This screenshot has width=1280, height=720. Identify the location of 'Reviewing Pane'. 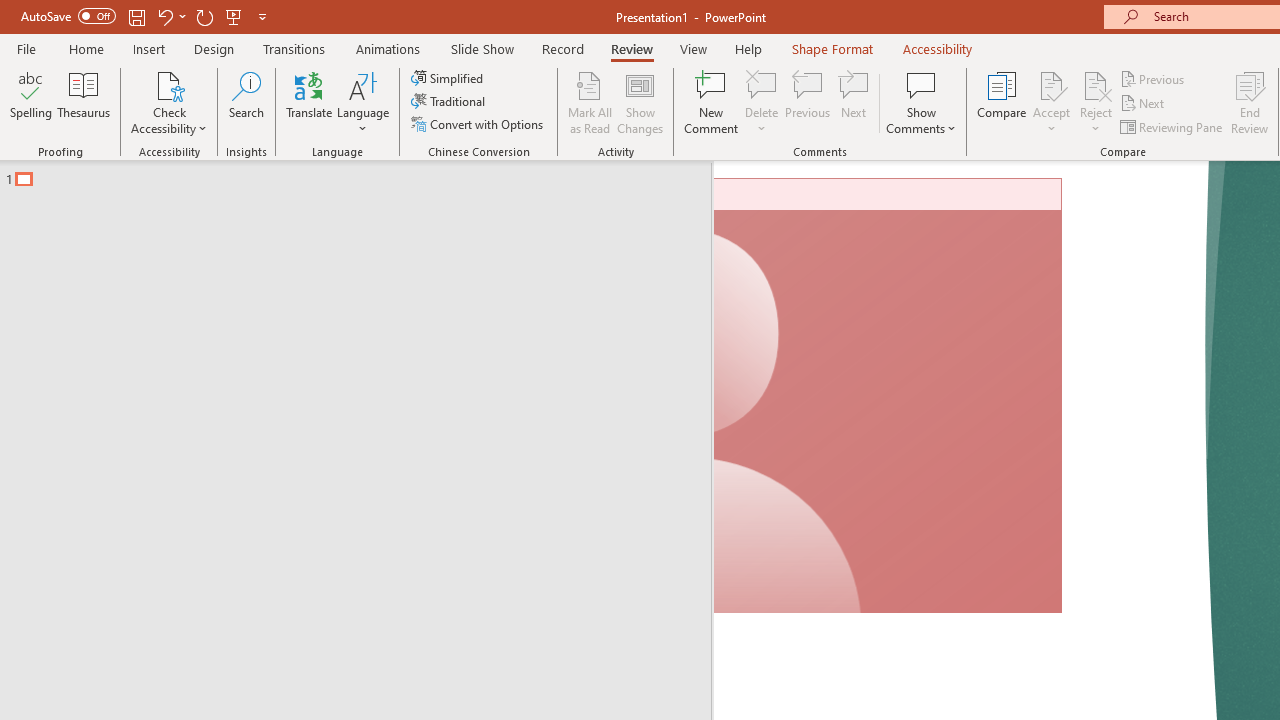
(1173, 127).